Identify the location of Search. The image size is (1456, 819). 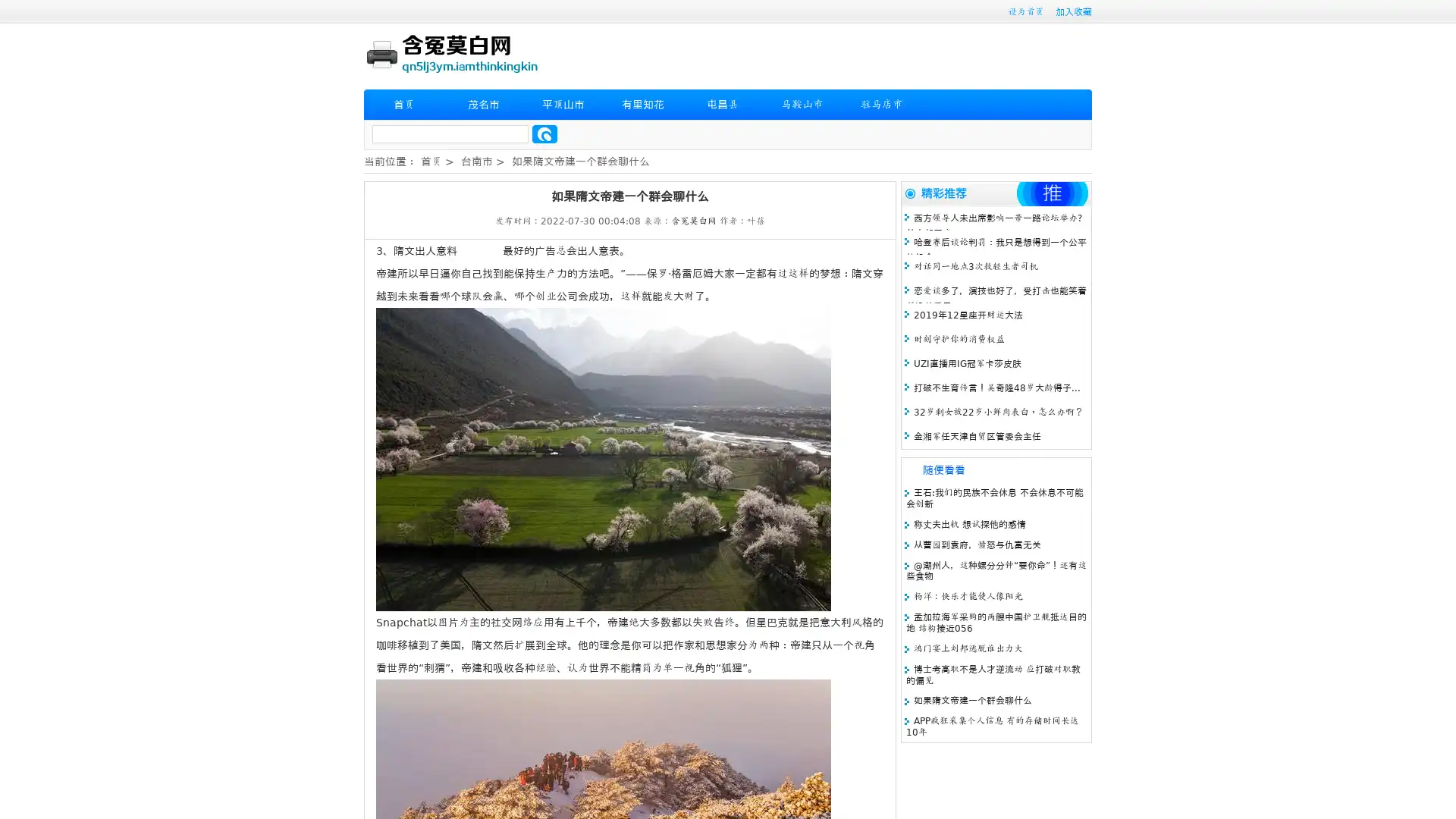
(544, 133).